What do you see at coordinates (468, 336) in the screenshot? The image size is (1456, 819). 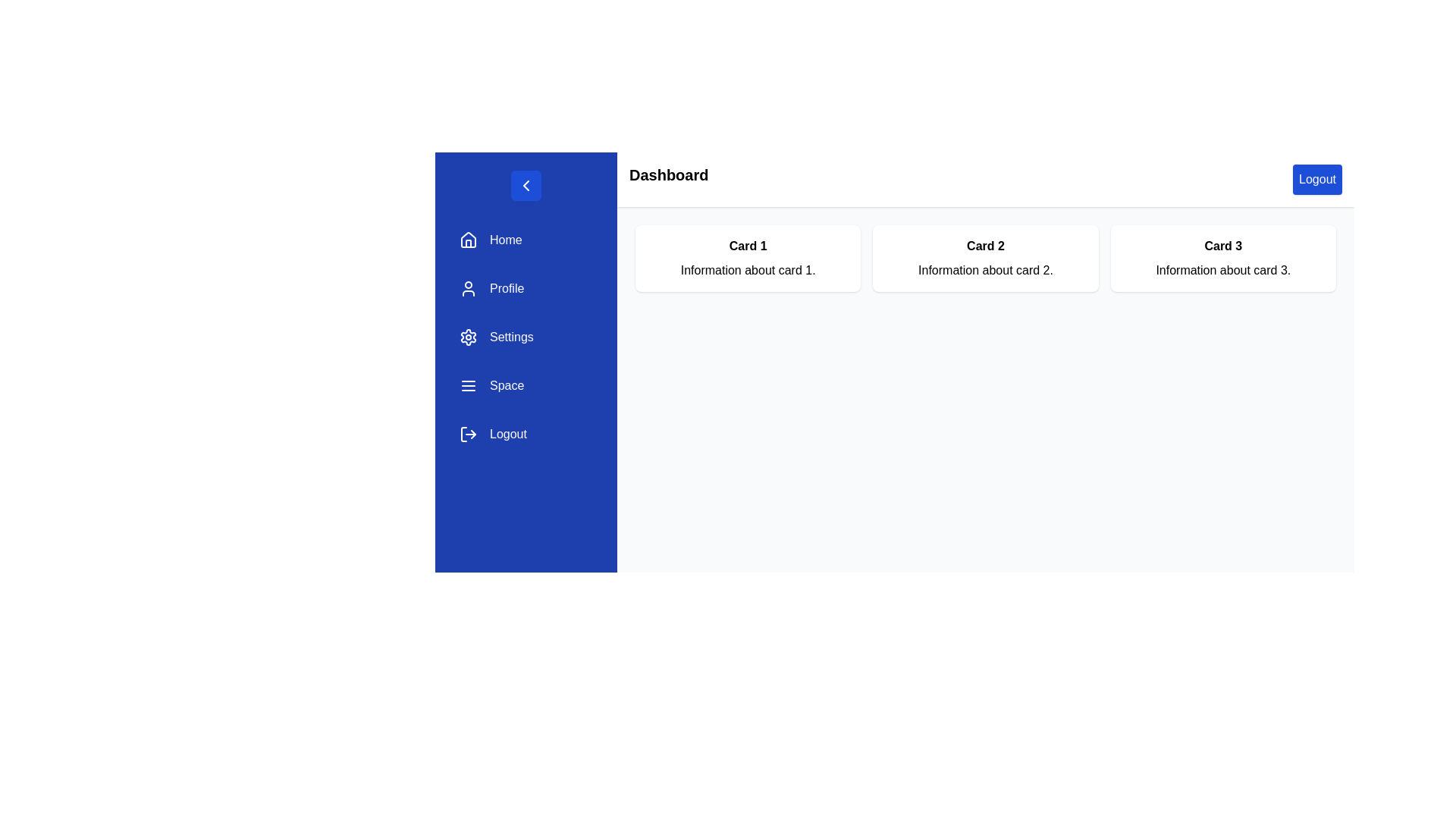 I see `the settings icon, which is a gear or cogwheel located to the left of the 'Settings' text in the vertical navigation menu` at bounding box center [468, 336].